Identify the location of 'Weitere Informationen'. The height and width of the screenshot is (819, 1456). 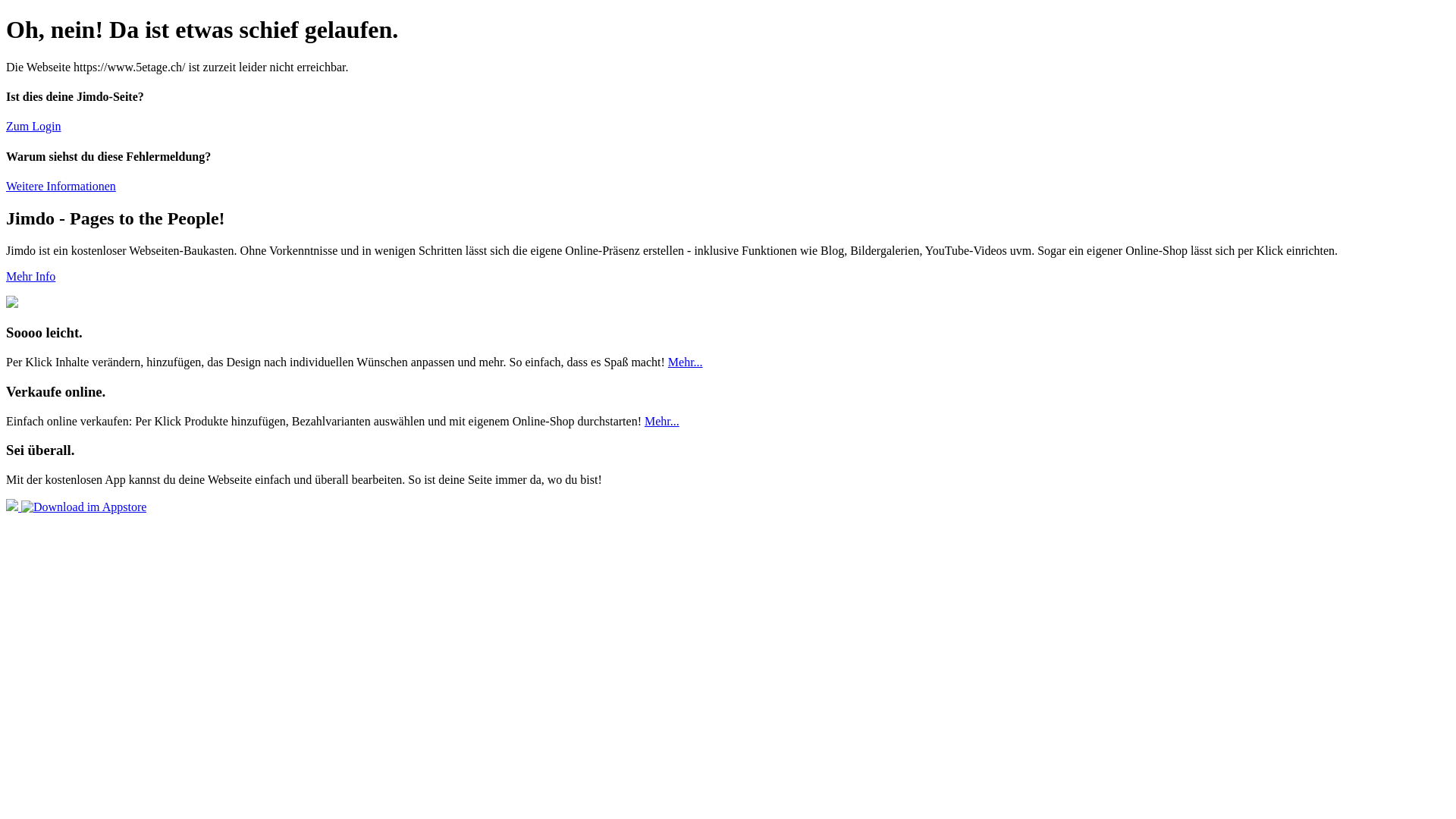
(61, 185).